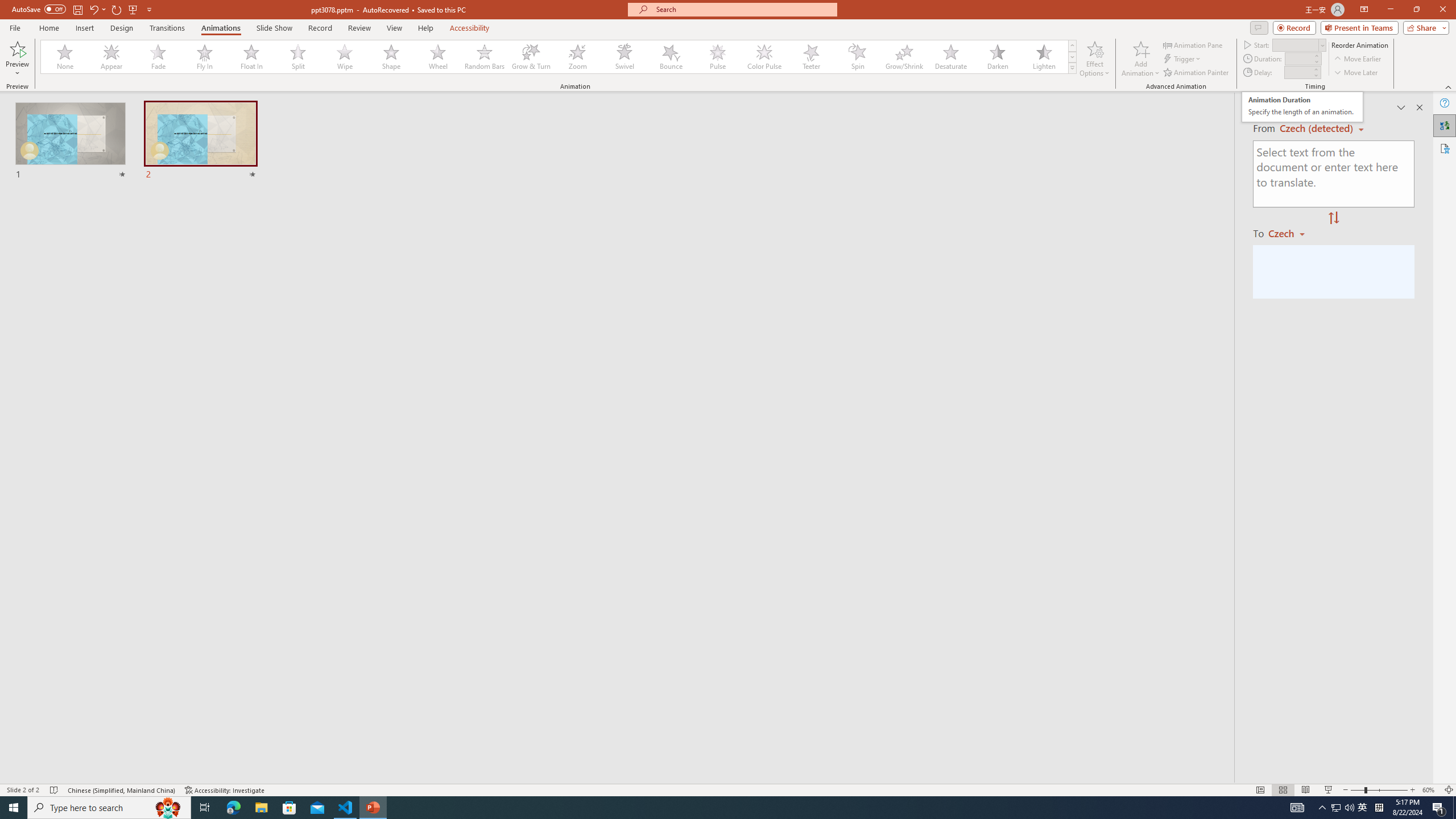 The image size is (1456, 819). Describe the element at coordinates (1043, 56) in the screenshot. I see `'Lighten'` at that location.